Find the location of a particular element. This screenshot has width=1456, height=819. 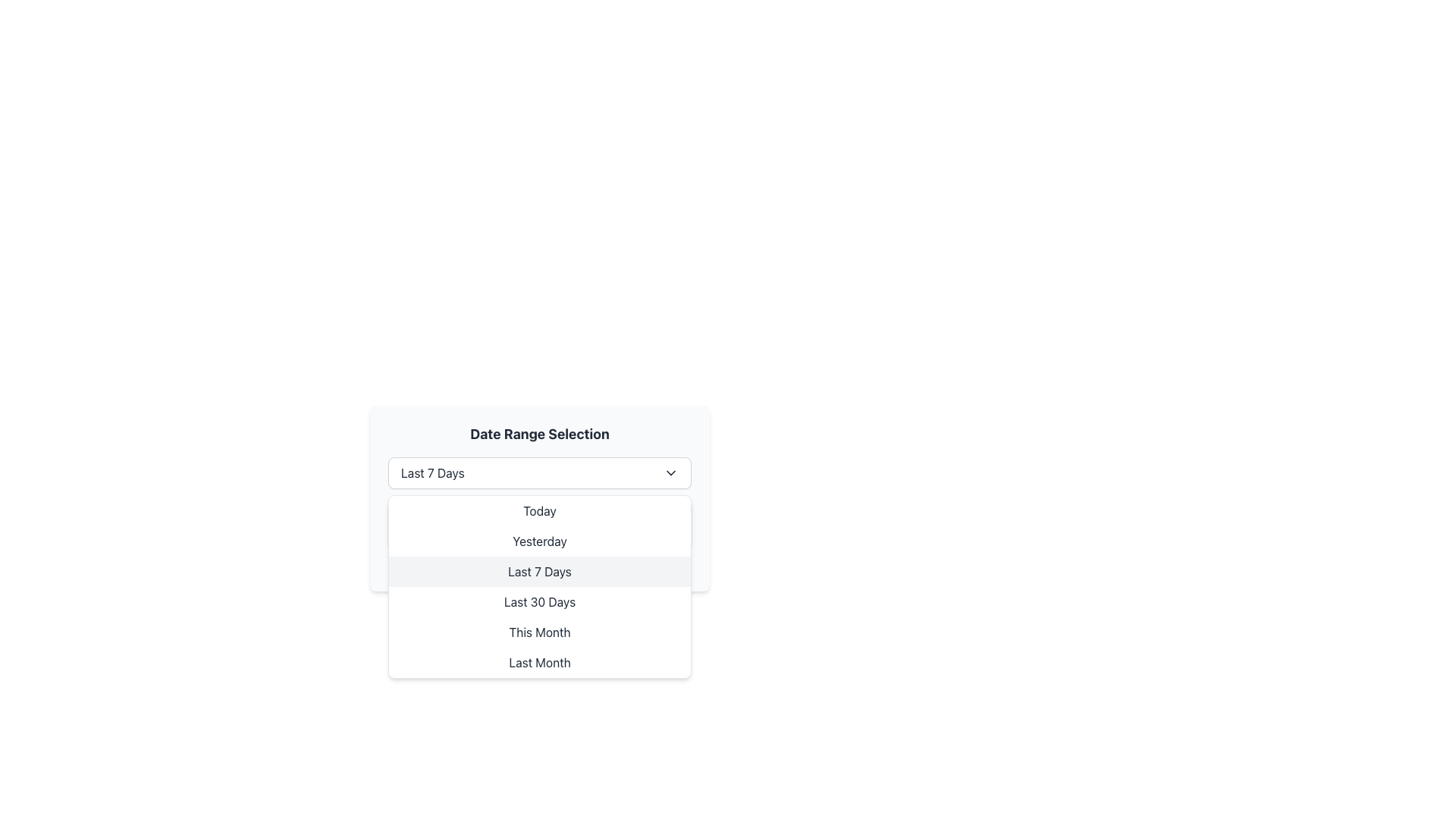

the informational text element located at the bottom of the date range selection interface, which provides context for selecting a date range is located at coordinates (539, 564).